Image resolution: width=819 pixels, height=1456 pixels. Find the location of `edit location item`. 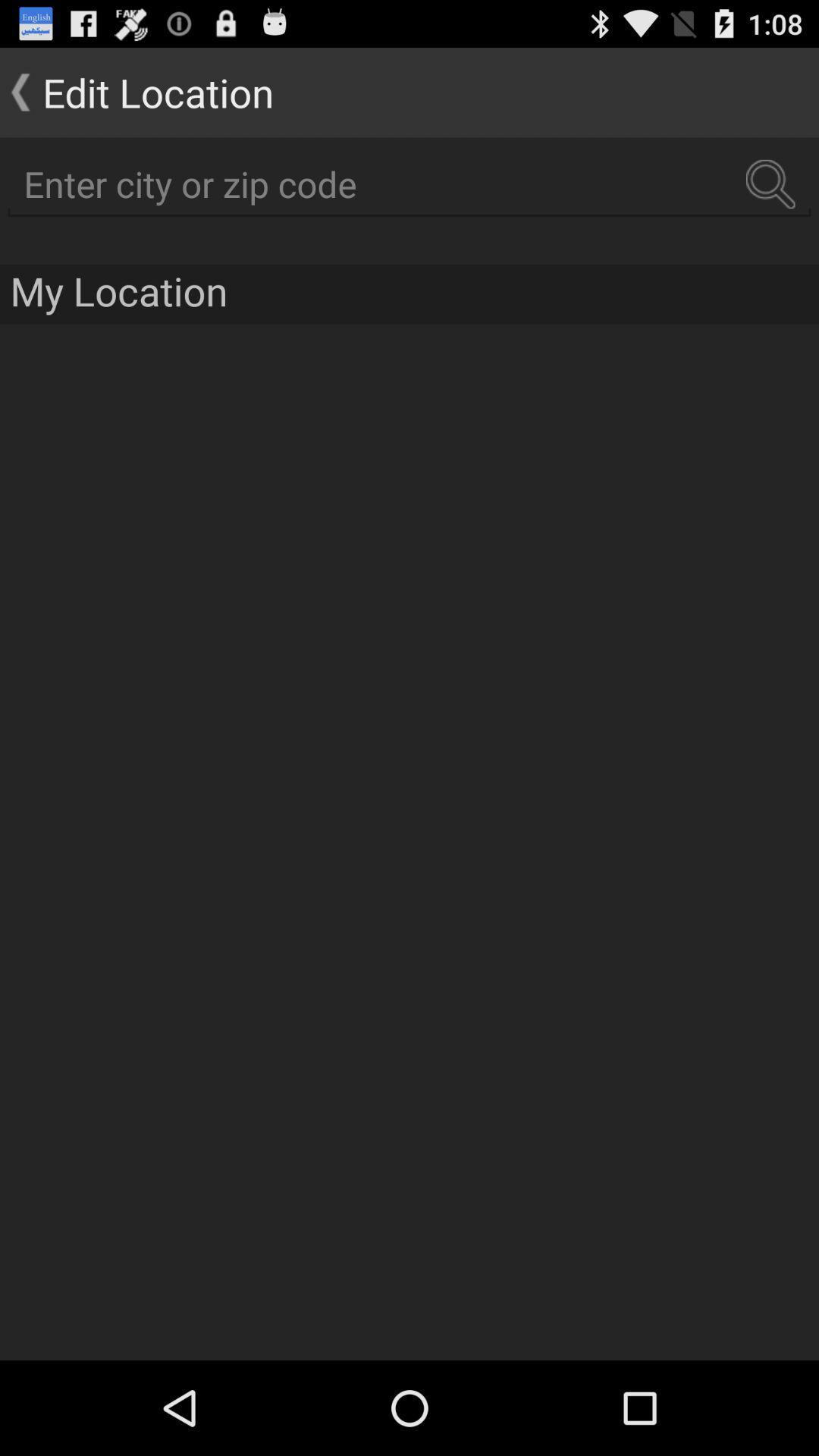

edit location item is located at coordinates (136, 91).